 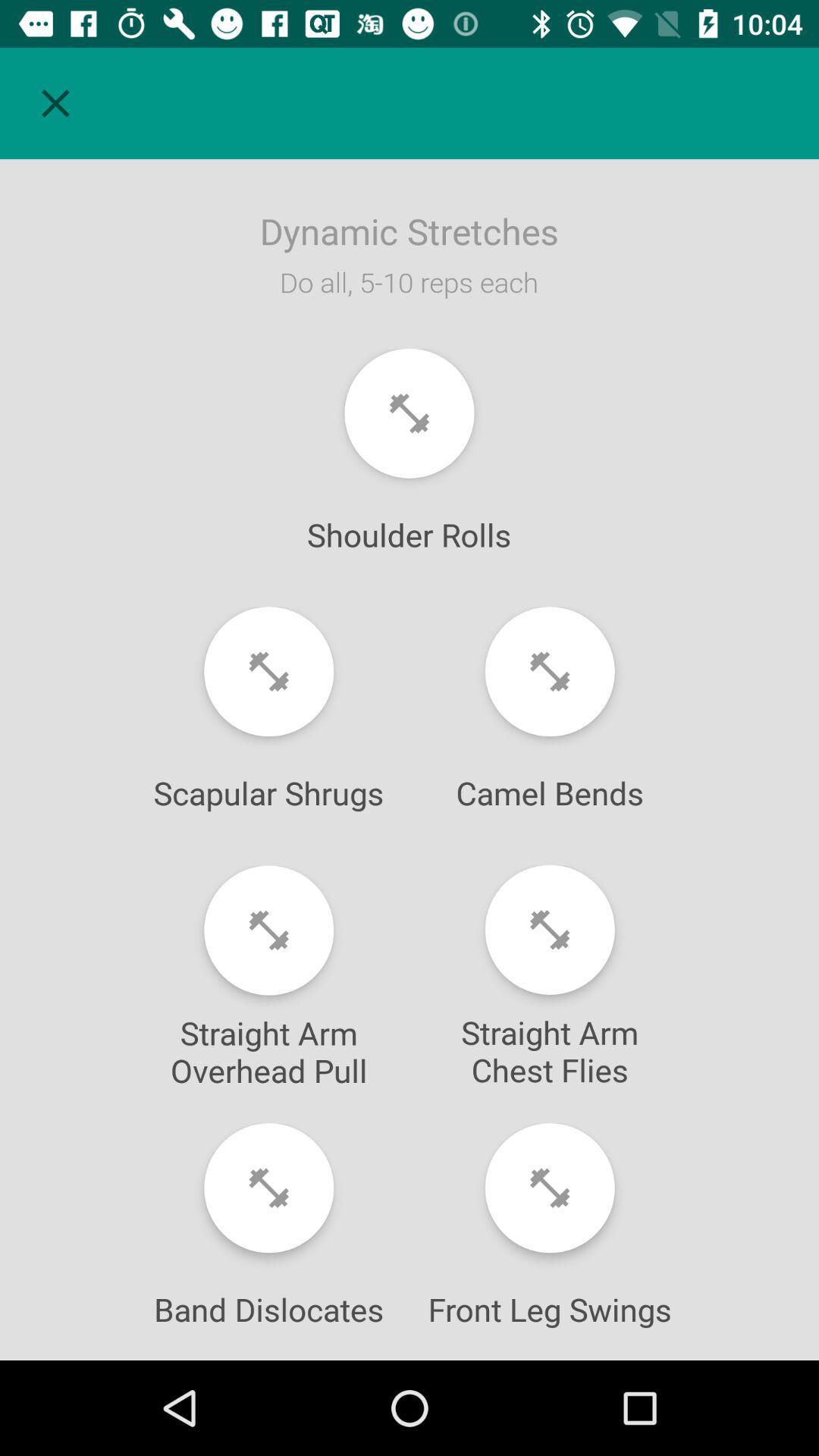 What do you see at coordinates (550, 1187) in the screenshot?
I see `front leg swings` at bounding box center [550, 1187].